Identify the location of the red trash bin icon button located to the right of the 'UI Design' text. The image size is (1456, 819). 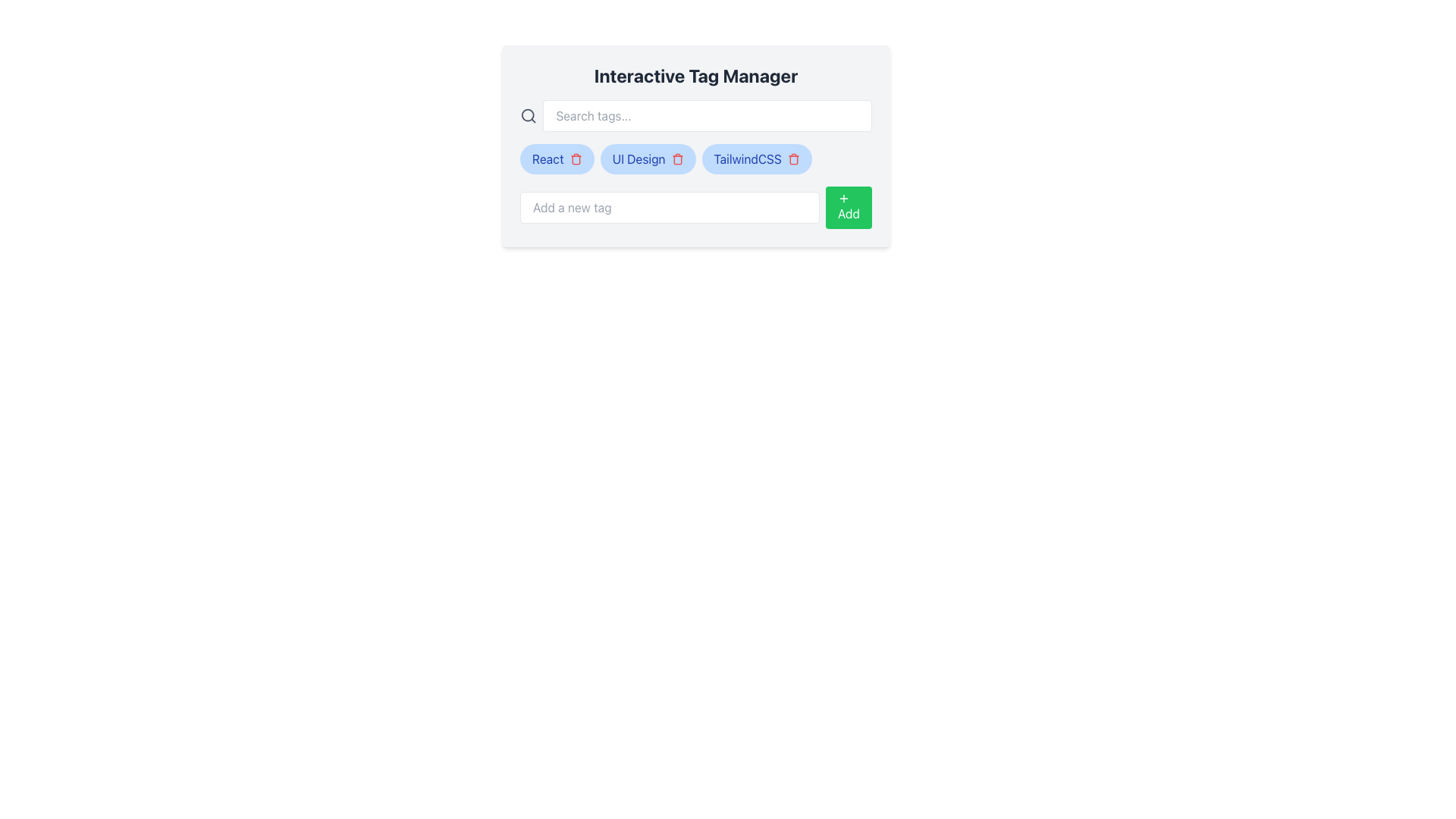
(676, 158).